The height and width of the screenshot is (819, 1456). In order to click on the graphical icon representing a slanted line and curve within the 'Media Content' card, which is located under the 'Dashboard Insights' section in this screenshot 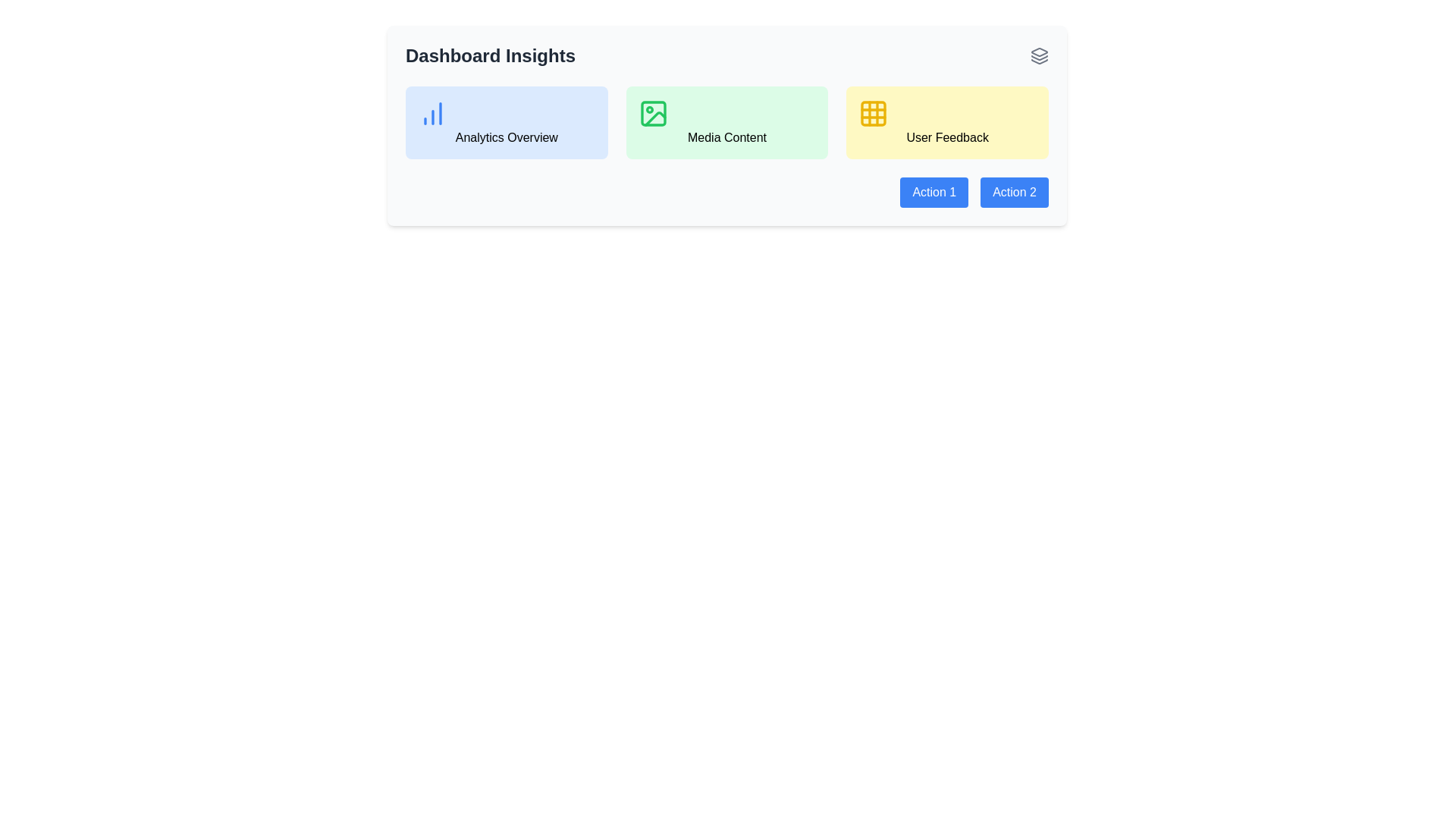, I will do `click(655, 118)`.